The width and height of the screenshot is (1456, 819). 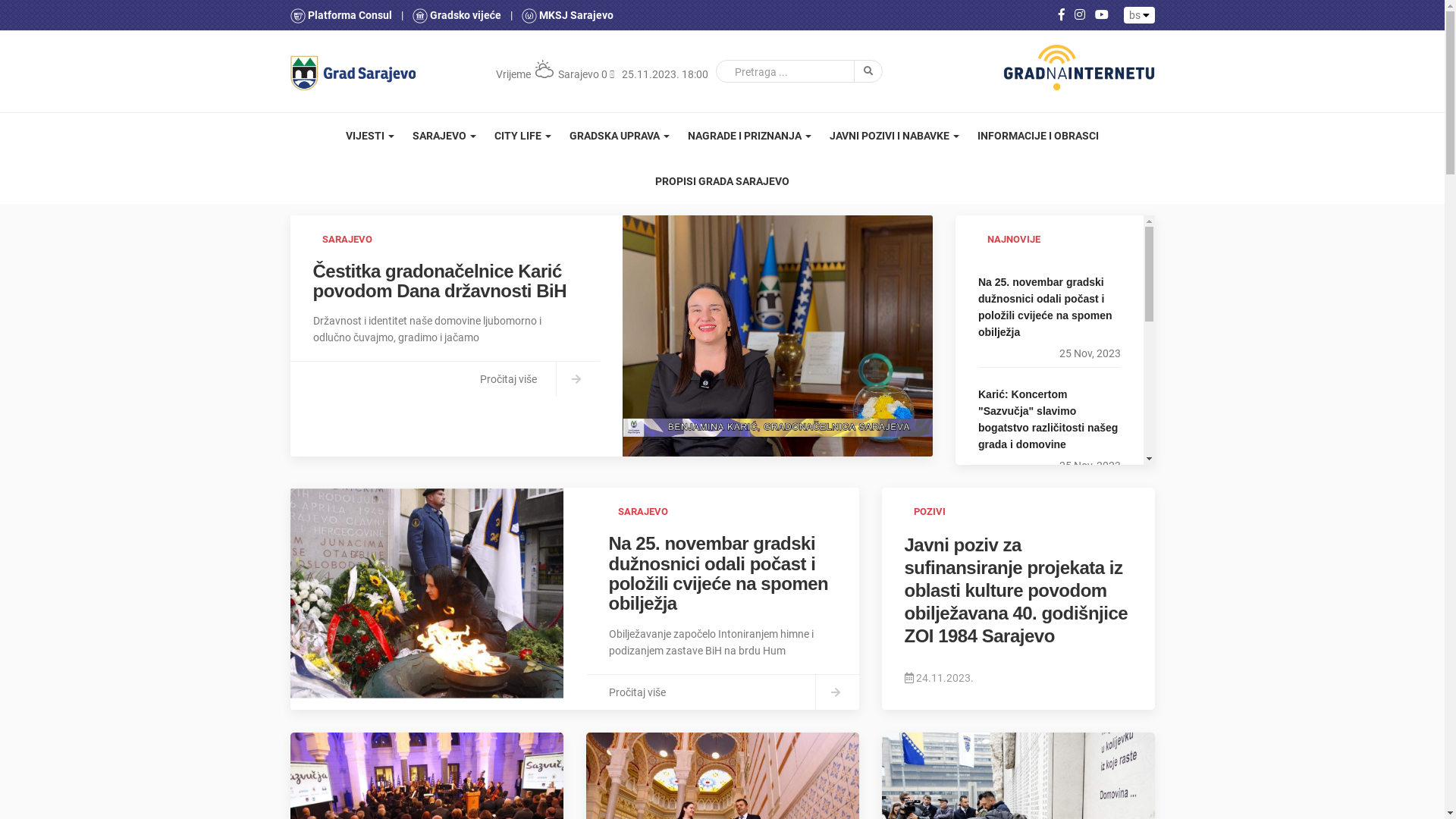 What do you see at coordinates (340, 14) in the screenshot?
I see `'Platforma Consul'` at bounding box center [340, 14].